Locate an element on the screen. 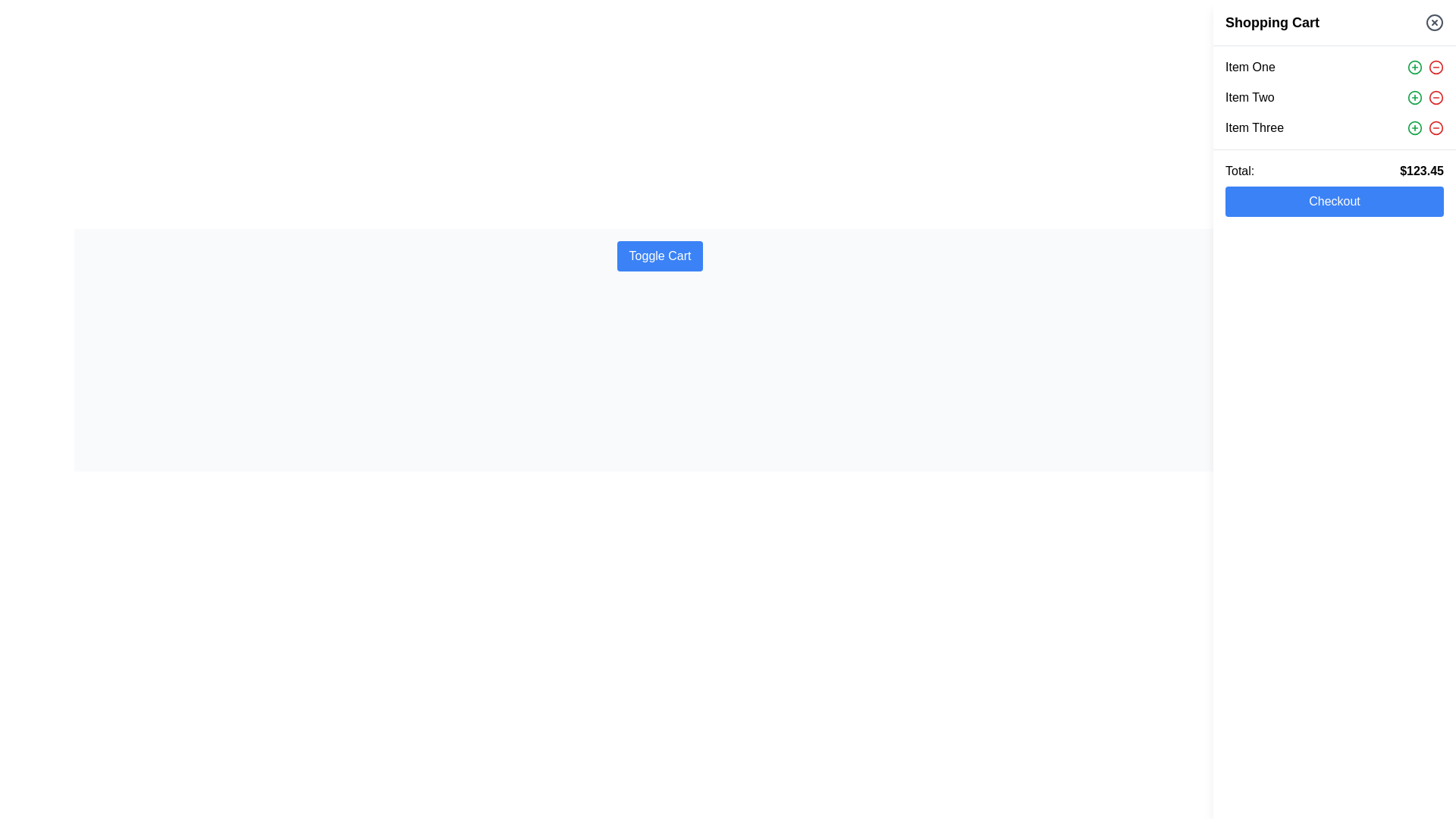  the blue 'Checkout' button with rounded corners located at the bottom-right of the 'Shopping Cart' panel is located at coordinates (1335, 201).